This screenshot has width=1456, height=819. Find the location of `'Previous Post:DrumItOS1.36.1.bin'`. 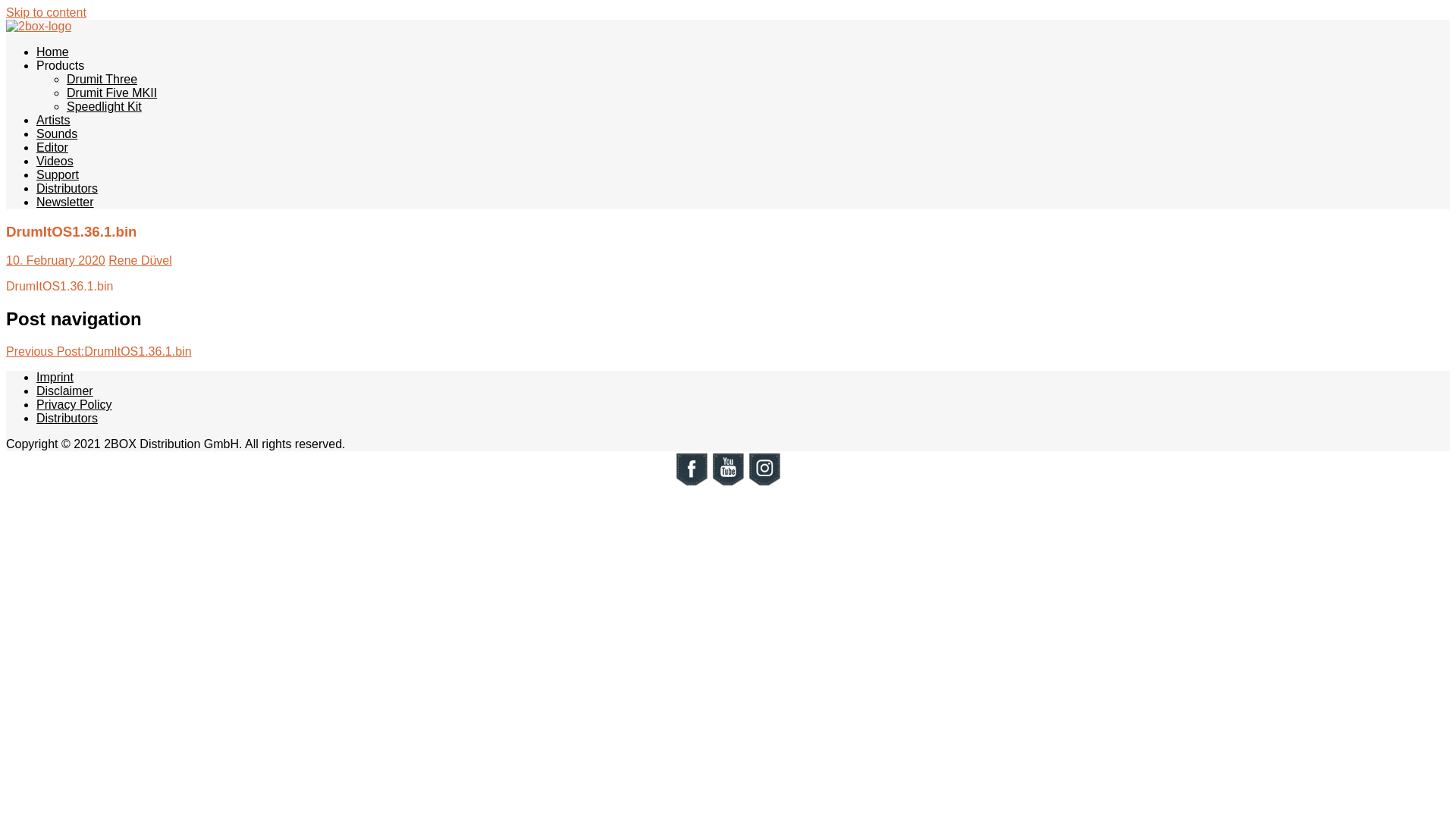

'Previous Post:DrumItOS1.36.1.bin' is located at coordinates (98, 351).